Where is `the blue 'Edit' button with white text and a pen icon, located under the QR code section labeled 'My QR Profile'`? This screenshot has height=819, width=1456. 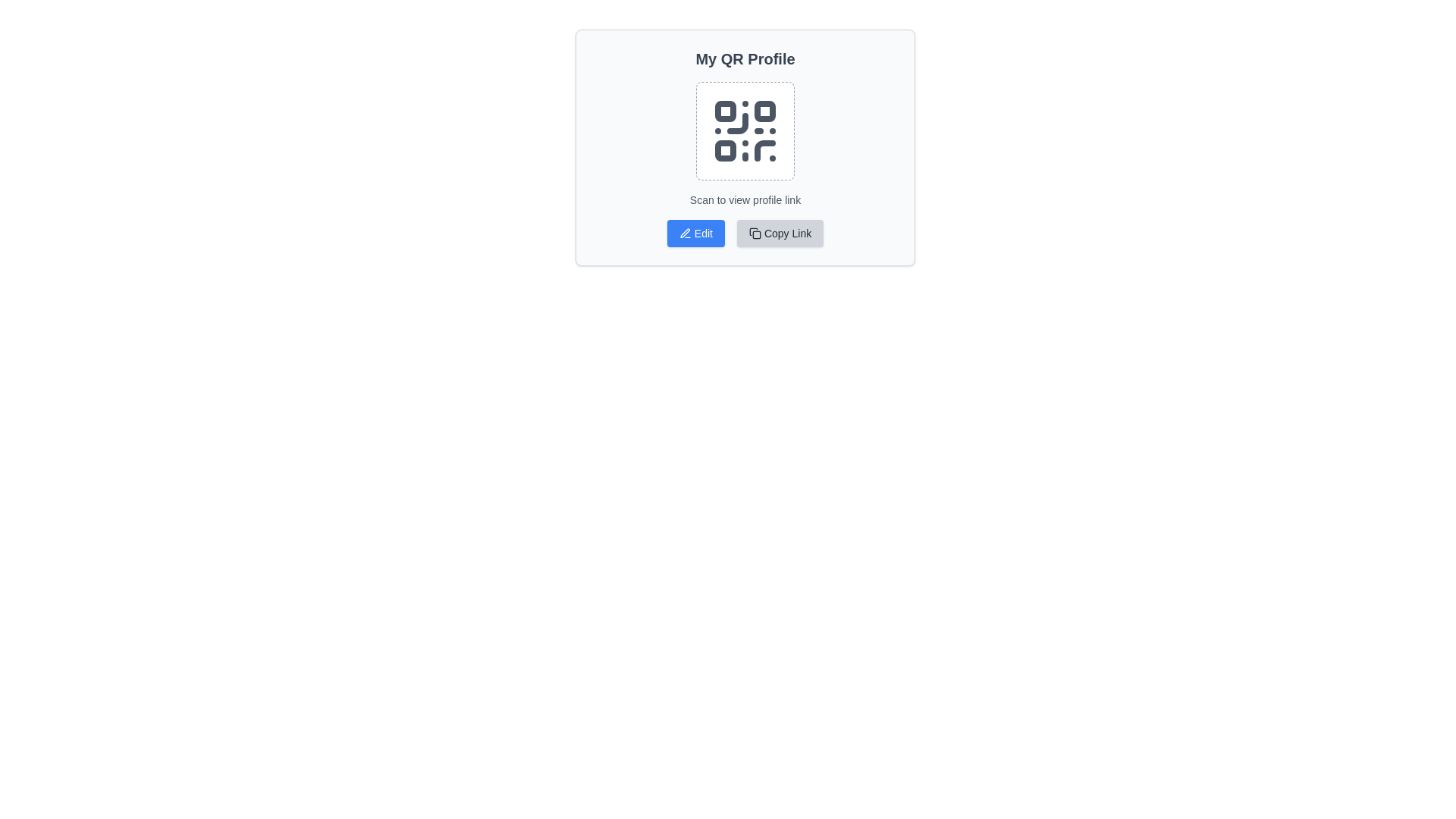 the blue 'Edit' button with white text and a pen icon, located under the QR code section labeled 'My QR Profile' is located at coordinates (695, 234).